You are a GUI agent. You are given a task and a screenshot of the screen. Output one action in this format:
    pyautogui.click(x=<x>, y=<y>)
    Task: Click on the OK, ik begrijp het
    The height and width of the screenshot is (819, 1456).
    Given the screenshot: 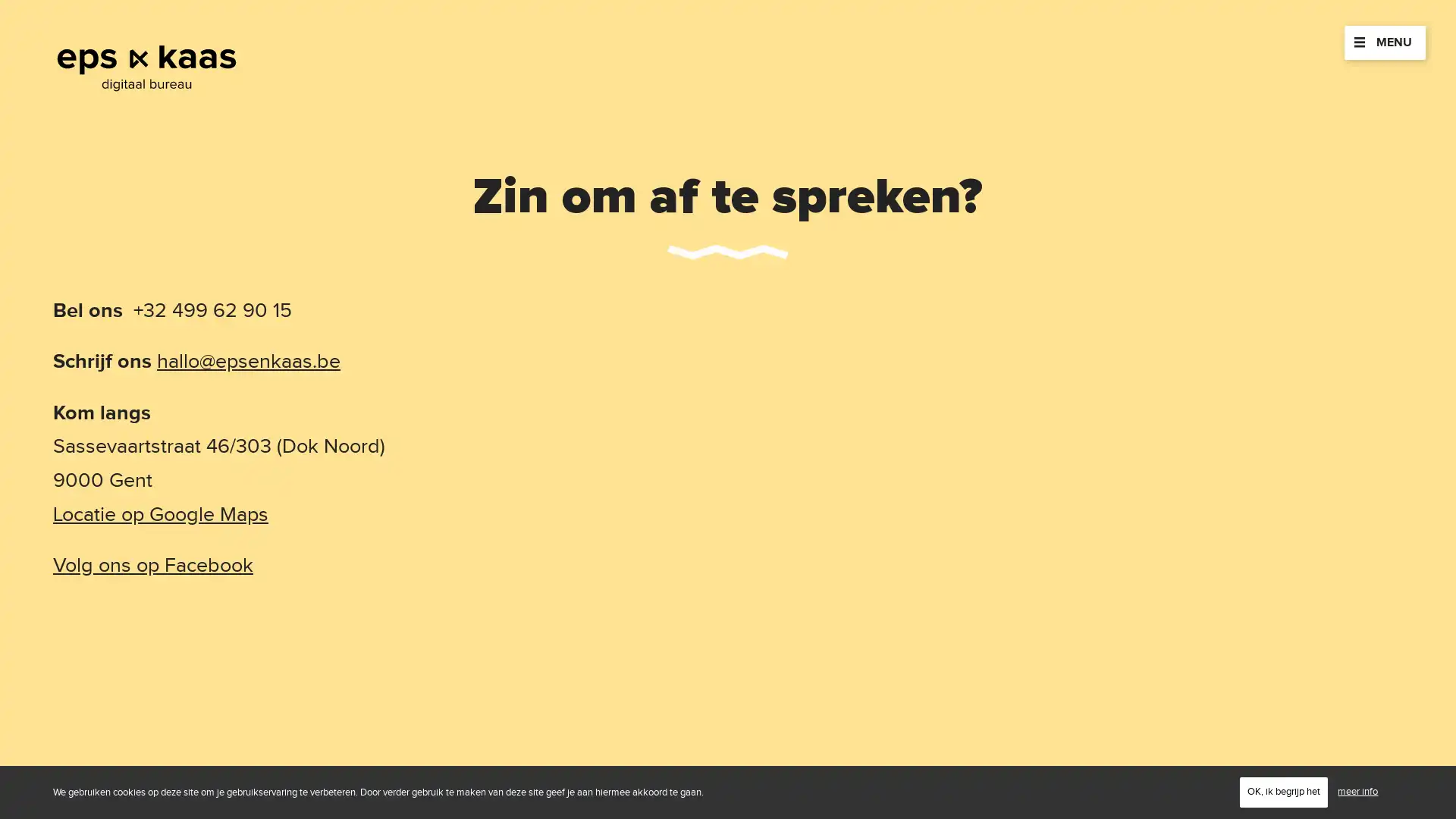 What is the action you would take?
    pyautogui.click(x=1283, y=791)
    